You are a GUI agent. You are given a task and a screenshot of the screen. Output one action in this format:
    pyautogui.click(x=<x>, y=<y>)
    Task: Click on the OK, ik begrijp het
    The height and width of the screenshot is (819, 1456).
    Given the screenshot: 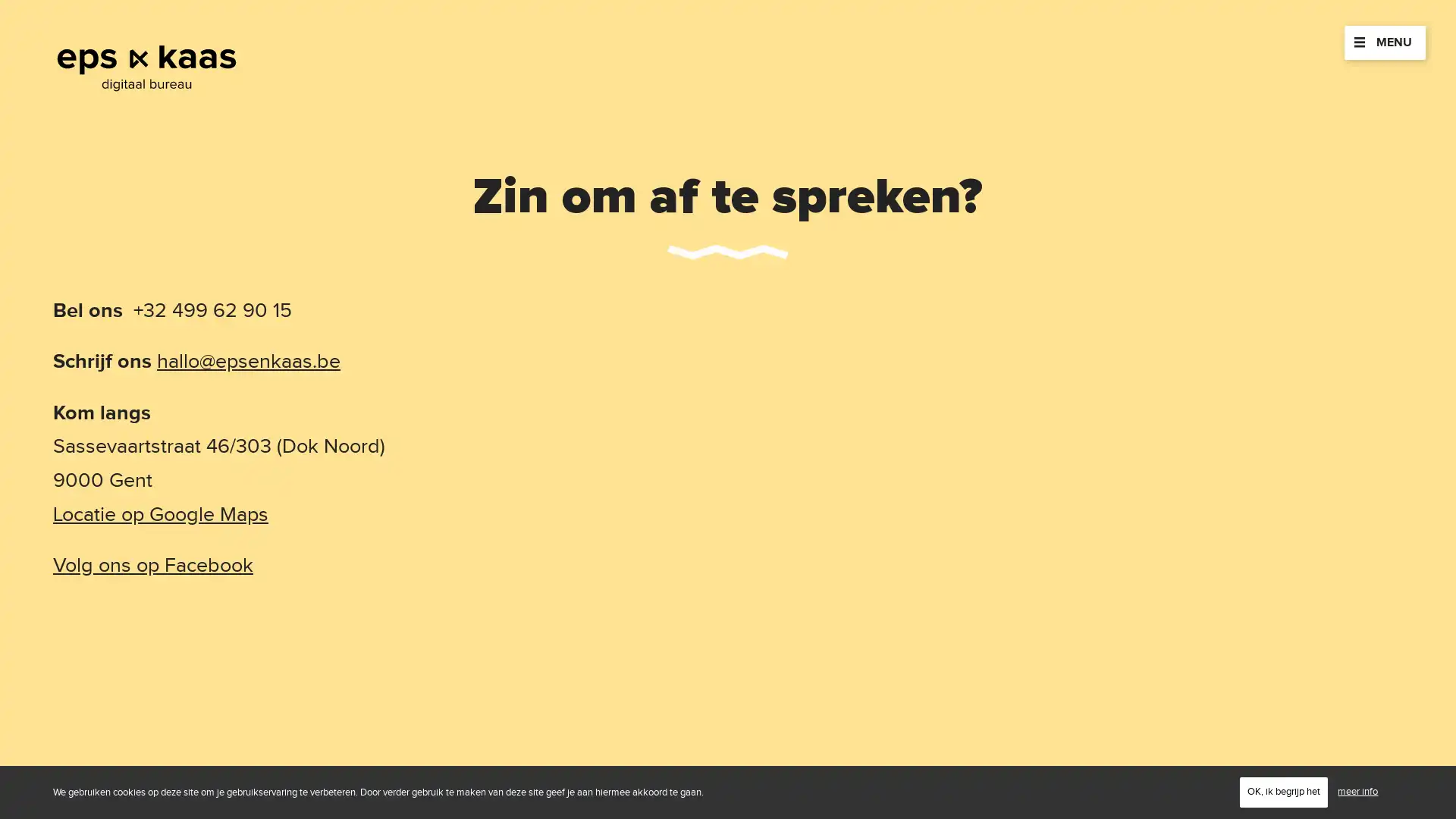 What is the action you would take?
    pyautogui.click(x=1283, y=791)
    